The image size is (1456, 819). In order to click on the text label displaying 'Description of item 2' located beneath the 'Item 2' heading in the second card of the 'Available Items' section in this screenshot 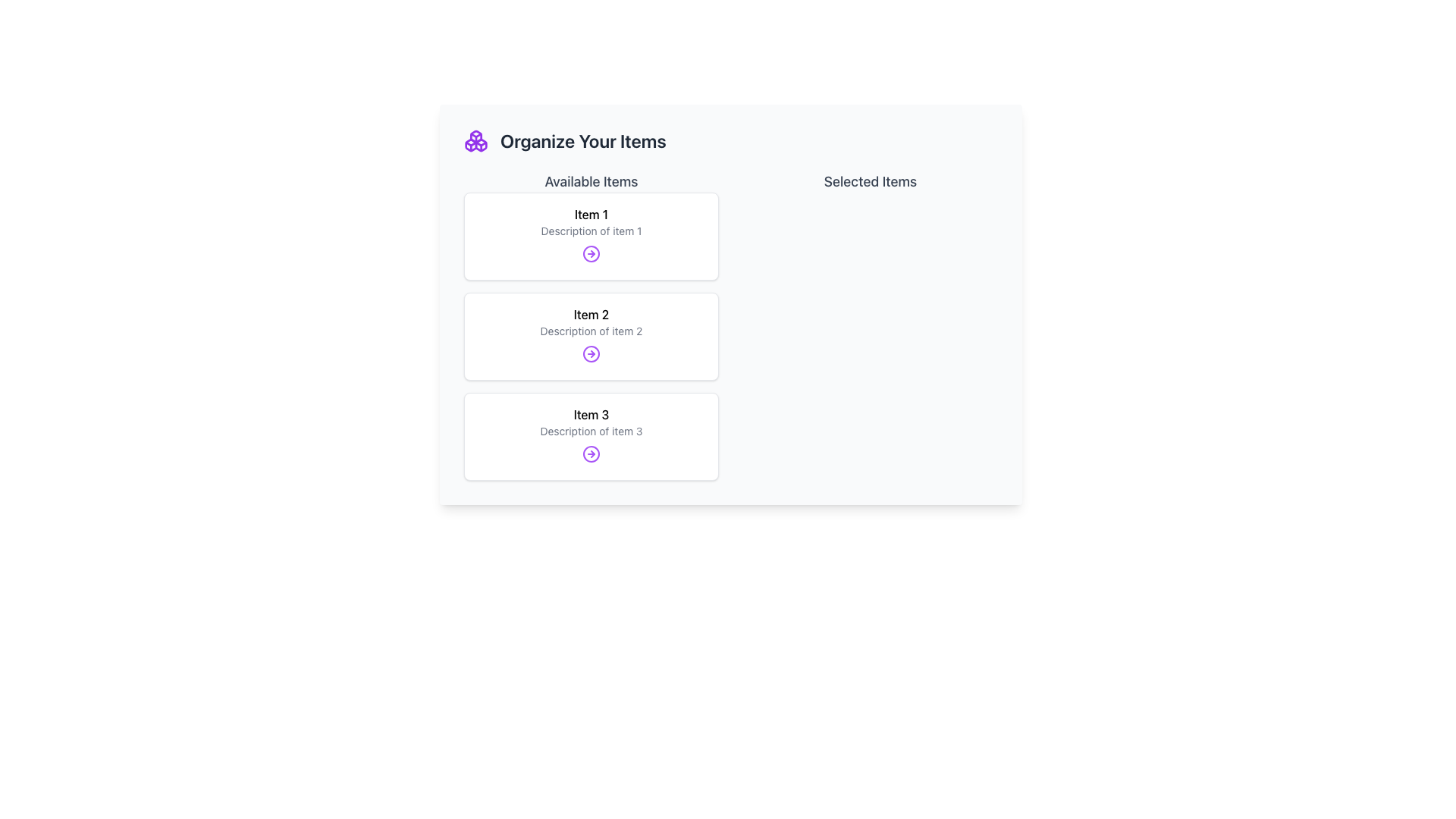, I will do `click(590, 330)`.